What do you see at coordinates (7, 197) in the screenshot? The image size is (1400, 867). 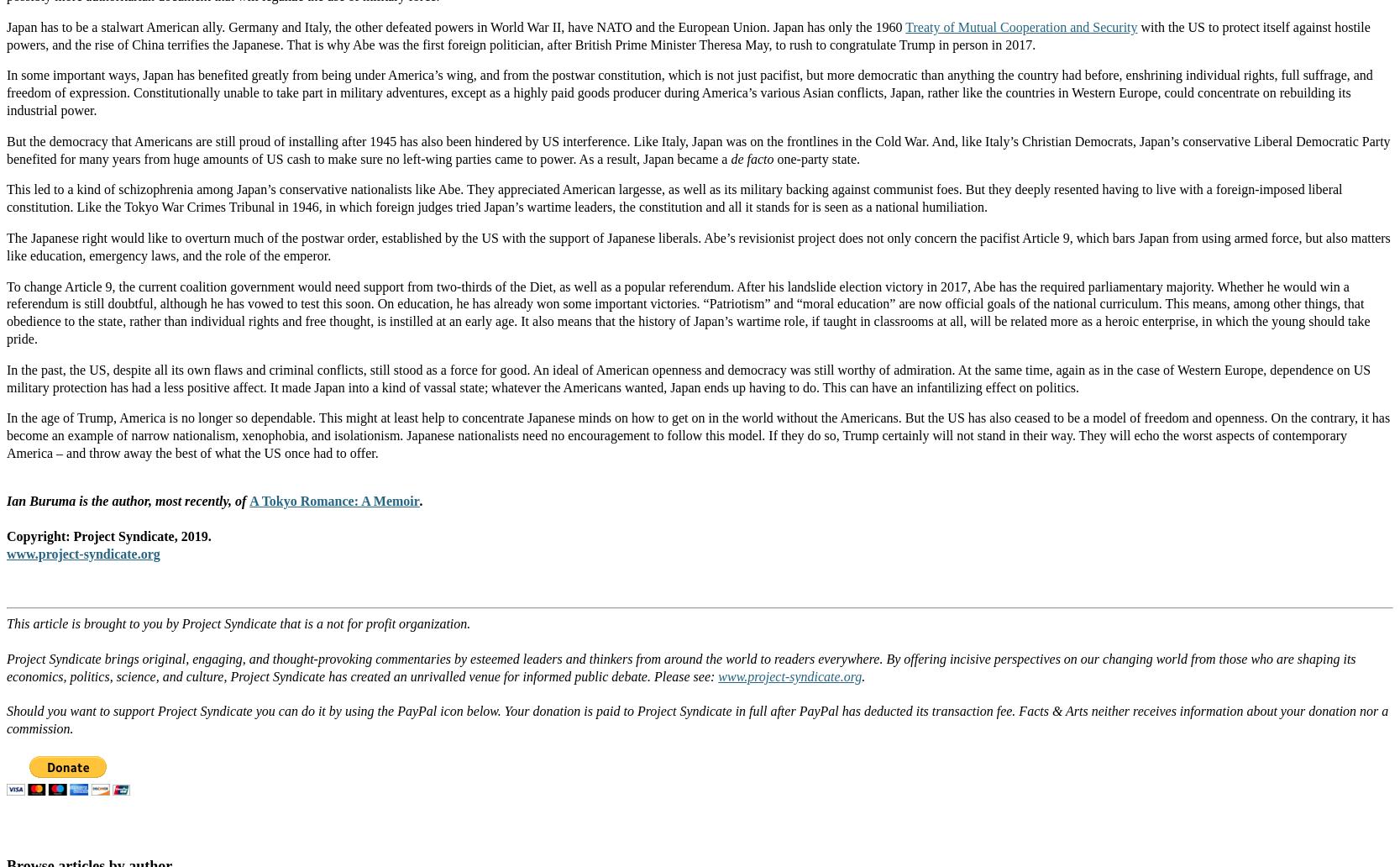 I see `'This led to a kind of schizophrenia among Japan’s conservative nationalists like Abe. They appreciated American largesse, as well as its military backing against communist foes. But they deeply resented having to live with a foreign-imposed liberal constitution. Like the Tokyo War Crimes Tribunal in 1946, in which foreign judges tried Japan’s wartime leaders, the constitution and all it stands for is seen as a national humiliation.'` at bounding box center [7, 197].